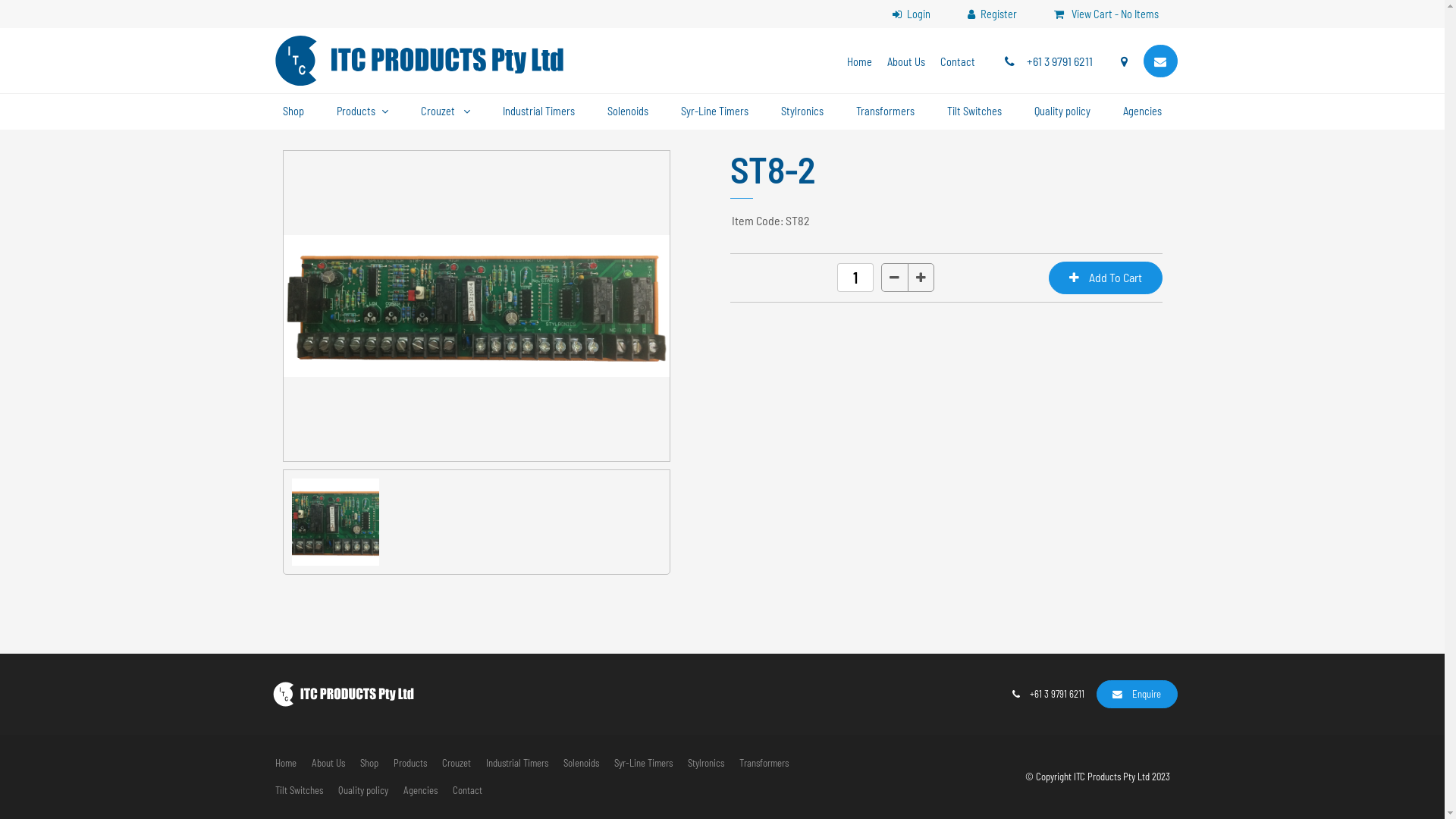 This screenshot has height=819, width=1456. What do you see at coordinates (330, 789) in the screenshot?
I see `'Quality policy'` at bounding box center [330, 789].